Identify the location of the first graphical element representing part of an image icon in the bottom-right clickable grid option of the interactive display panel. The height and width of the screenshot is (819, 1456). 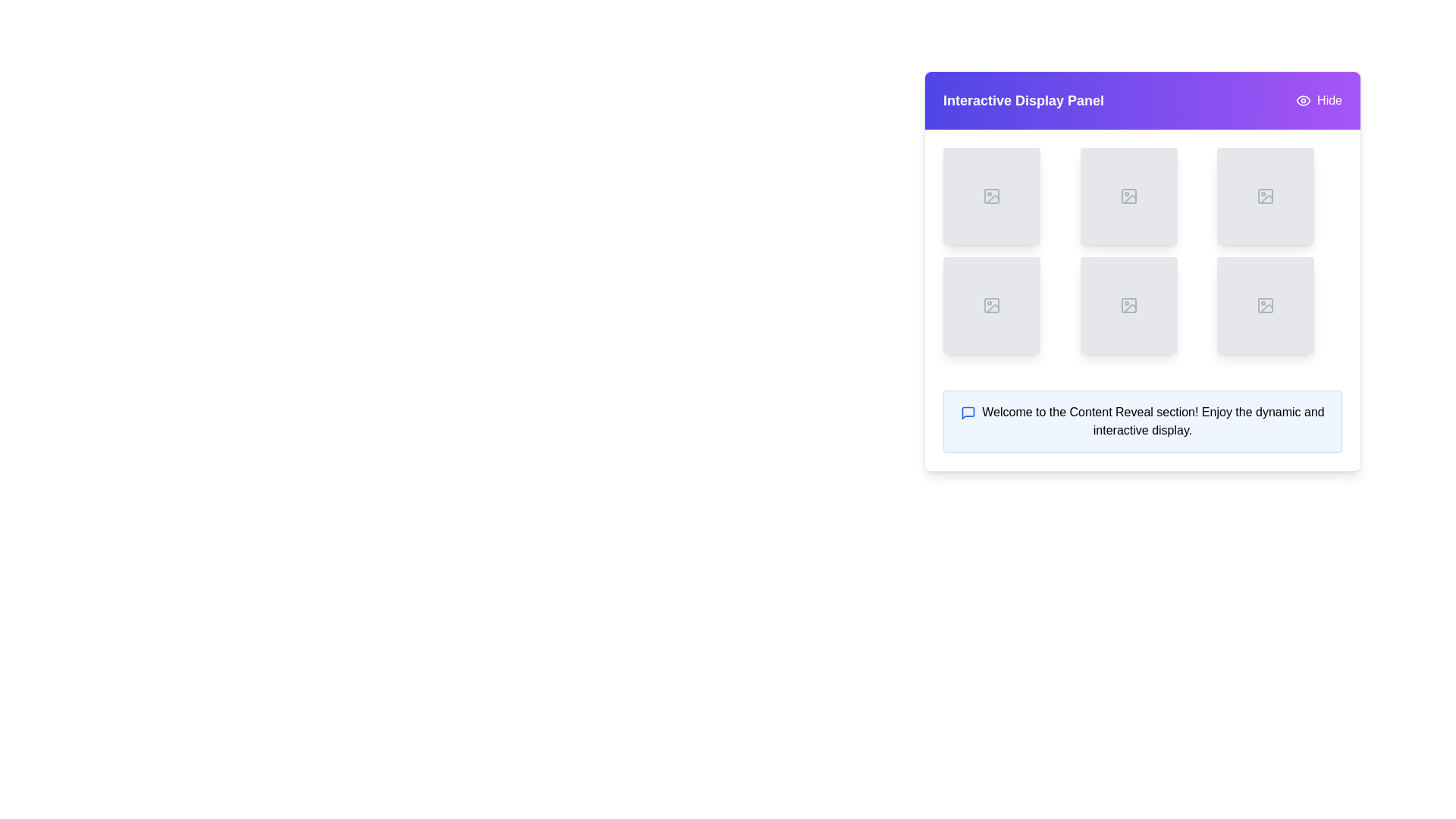
(1266, 305).